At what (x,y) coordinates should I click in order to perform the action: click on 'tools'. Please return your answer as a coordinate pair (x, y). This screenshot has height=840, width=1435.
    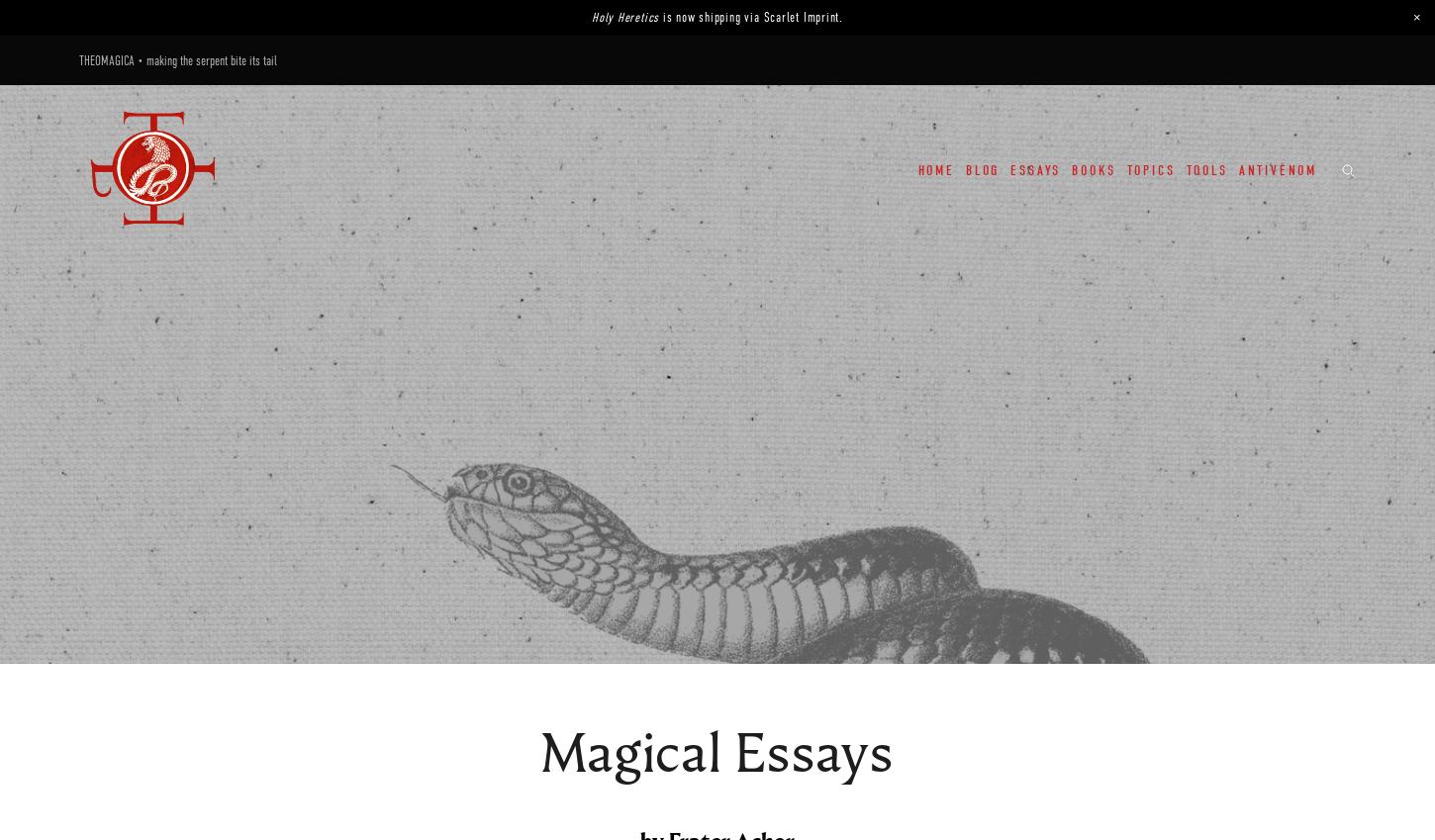
    Looking at the image, I should click on (1206, 169).